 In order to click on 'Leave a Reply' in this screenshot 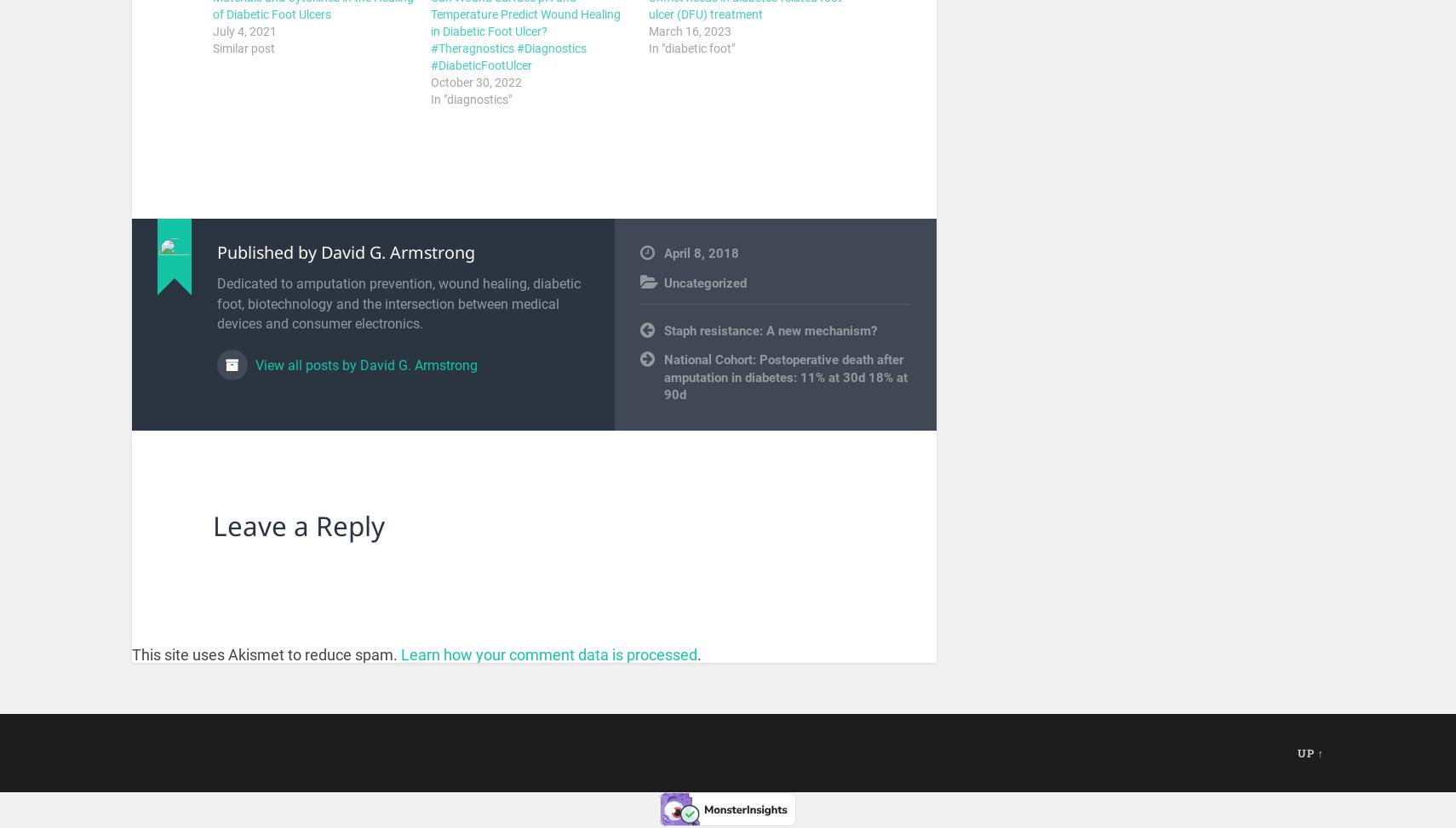, I will do `click(210, 524)`.